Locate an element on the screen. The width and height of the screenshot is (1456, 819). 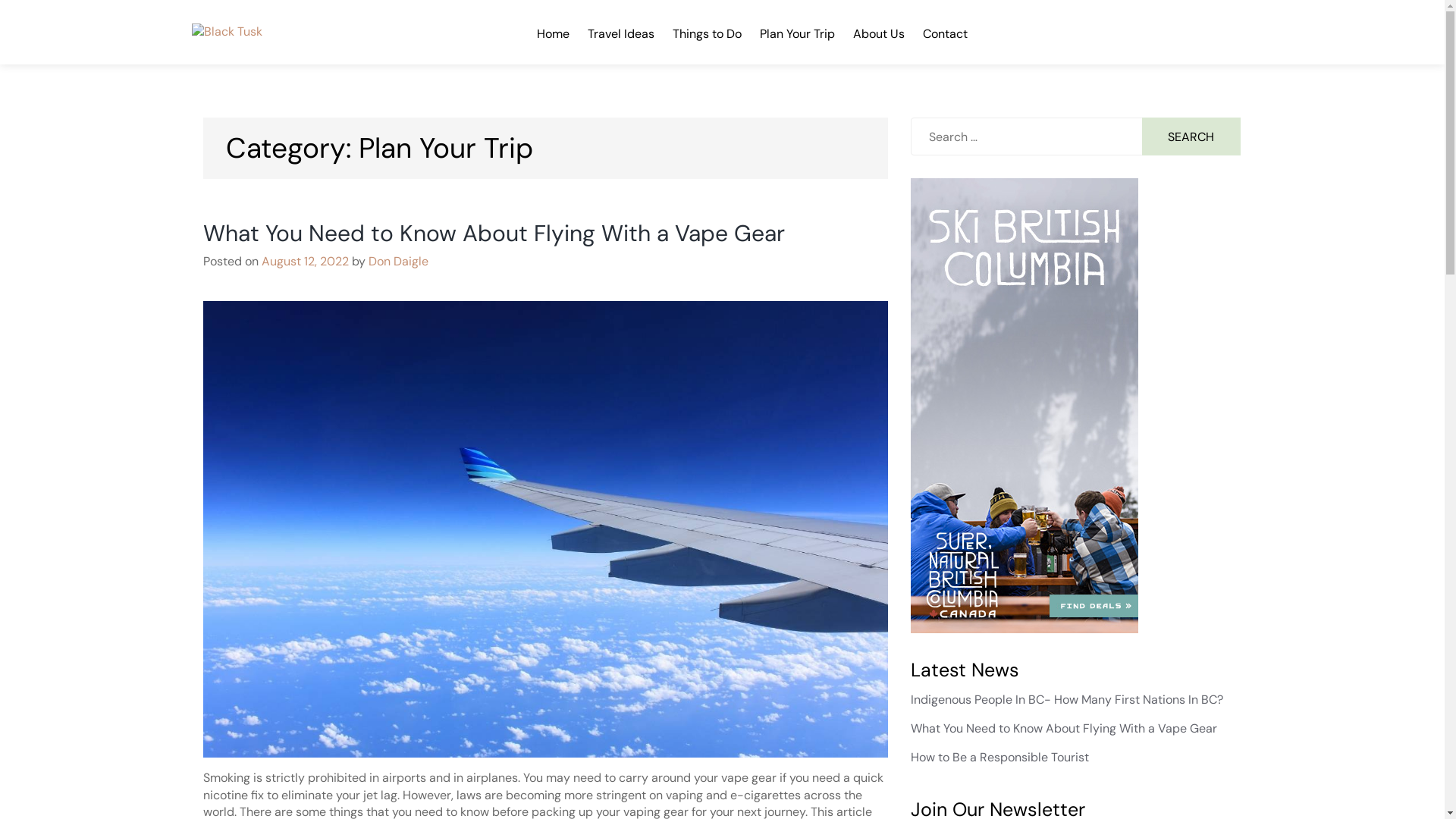
'Home' is located at coordinates (552, 32).